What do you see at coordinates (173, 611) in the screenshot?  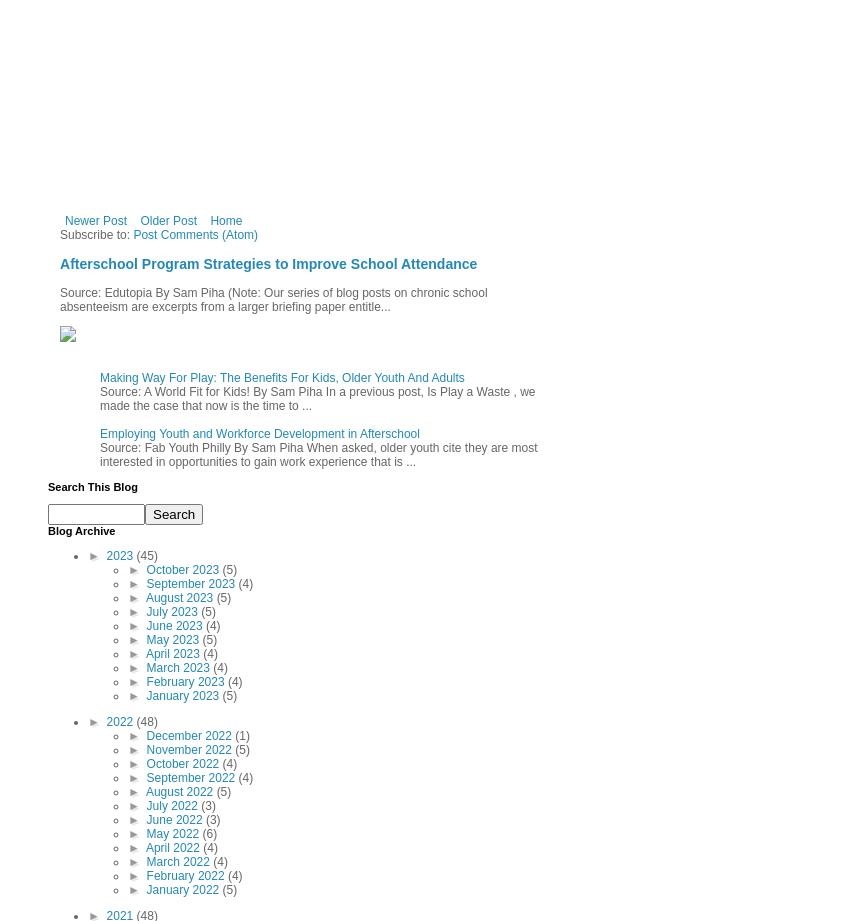 I see `'July 2023'` at bounding box center [173, 611].